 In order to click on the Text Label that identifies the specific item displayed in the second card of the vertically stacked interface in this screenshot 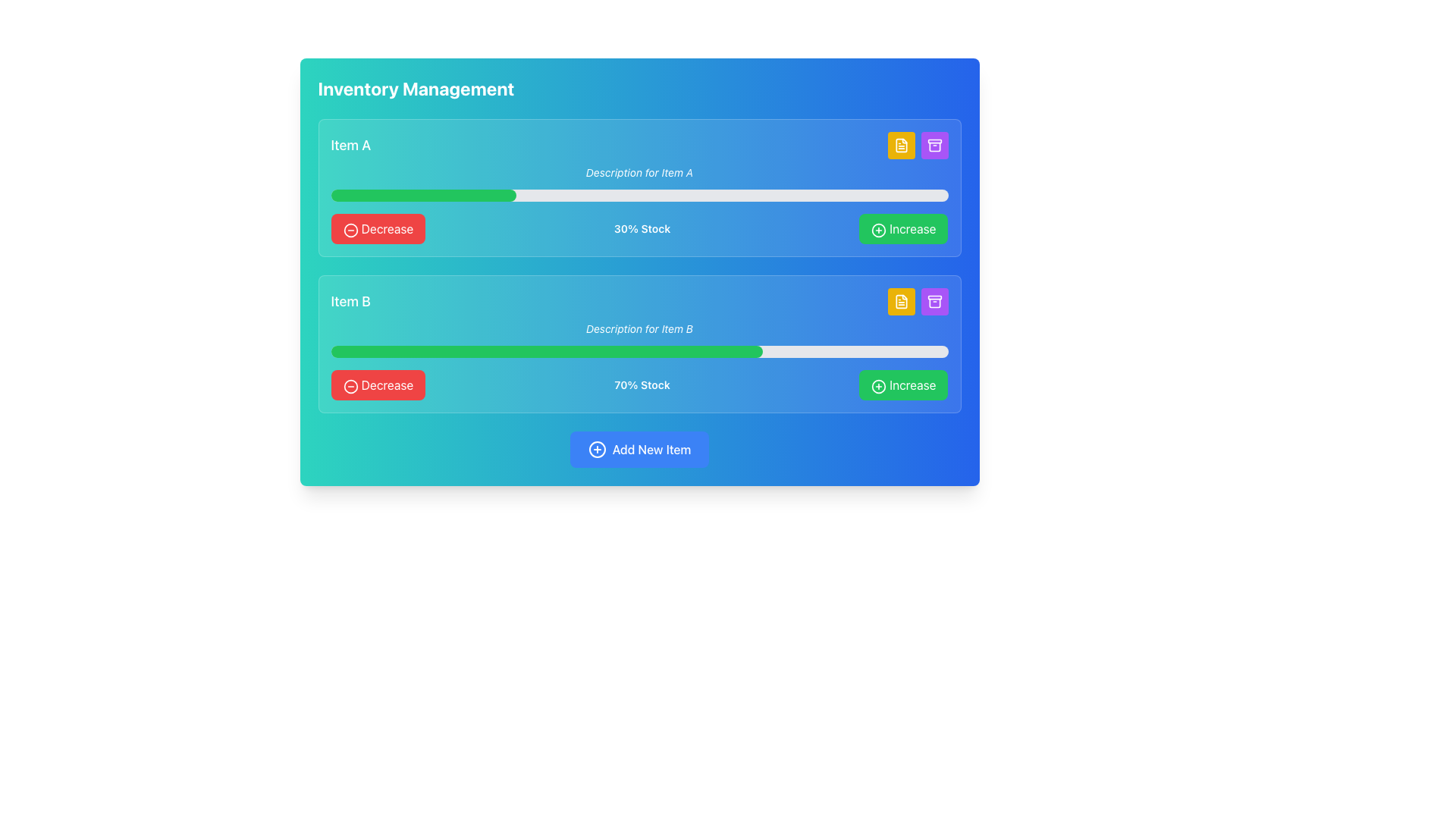, I will do `click(350, 301)`.